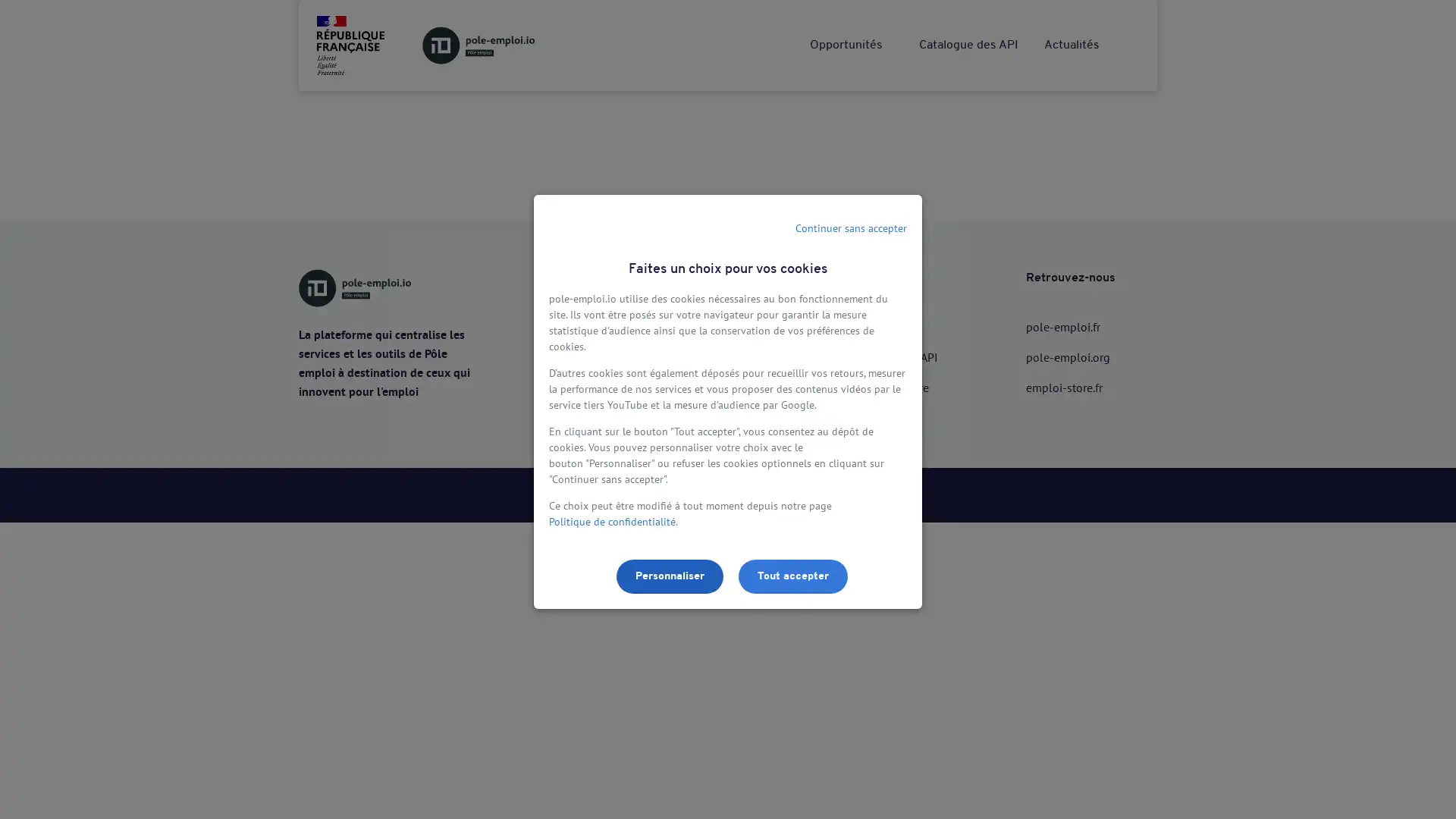  I want to click on Utiliser lAPI, so click(356, 400).